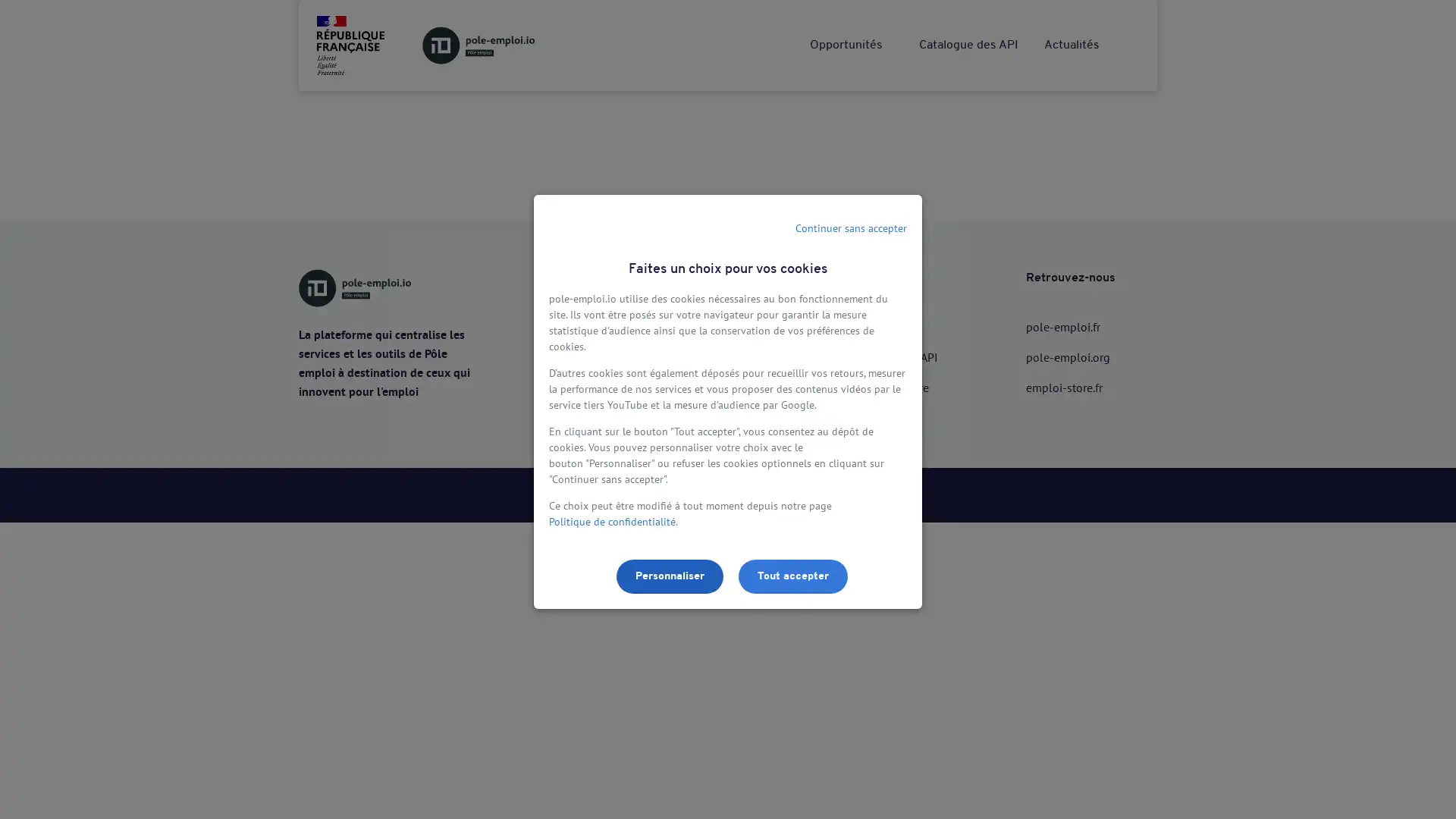  I want to click on Utiliser lAPI, so click(356, 400).